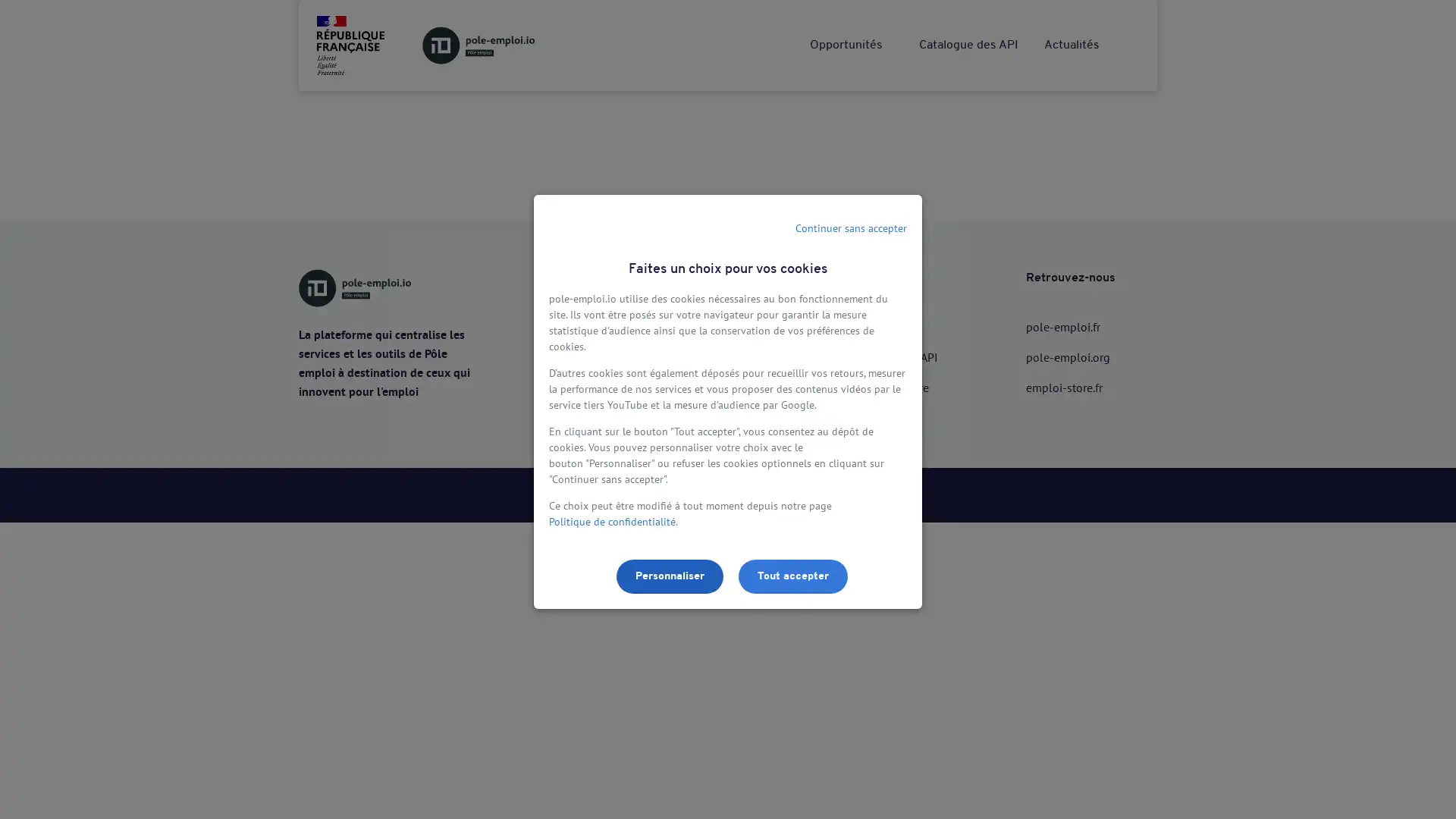  I want to click on Utiliser lAPI, so click(356, 400).